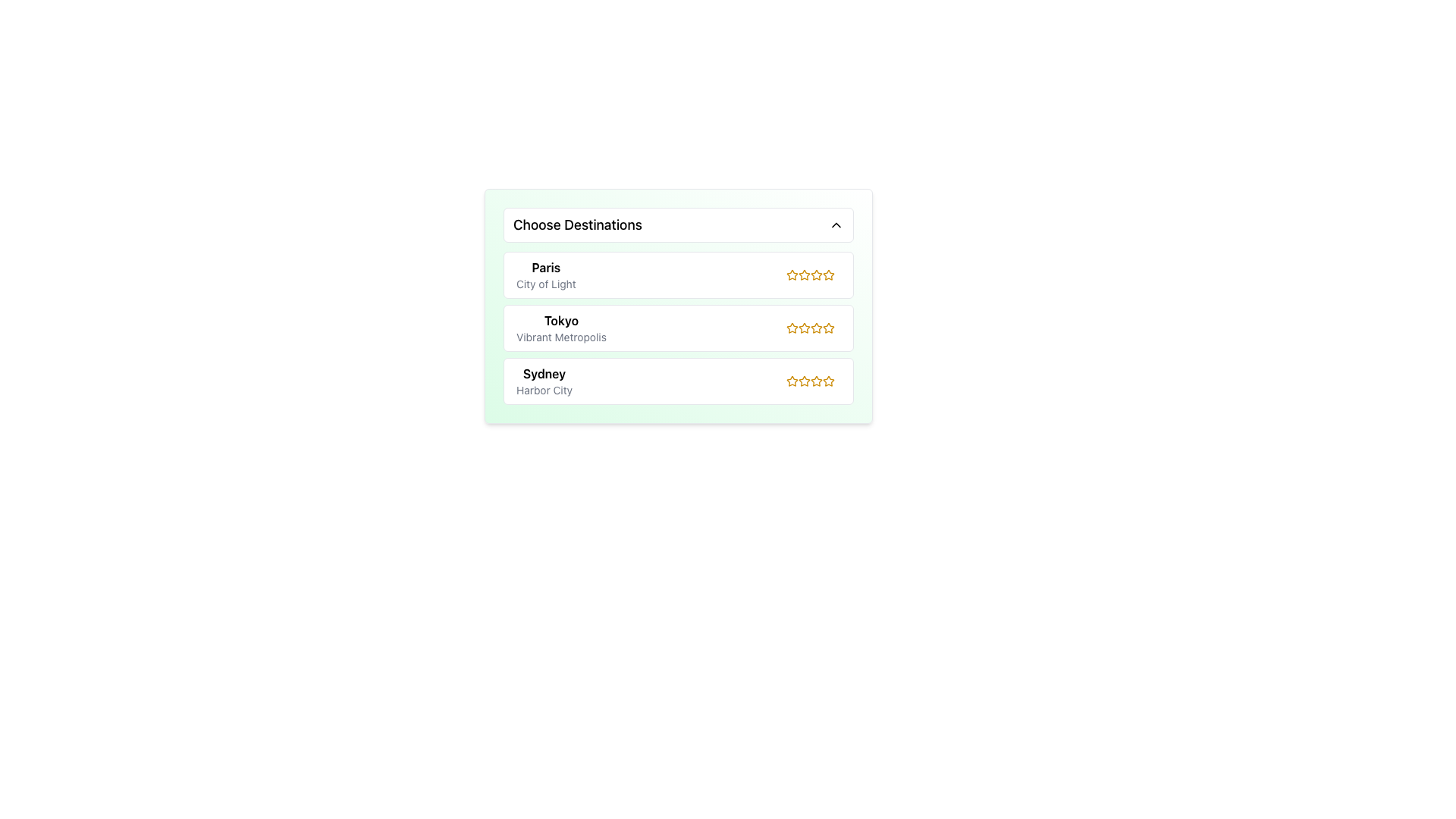 Image resolution: width=1456 pixels, height=819 pixels. I want to click on the text element representing the city Paris in the destination list under 'Choose Destinations' to emphasize it, so click(546, 275).